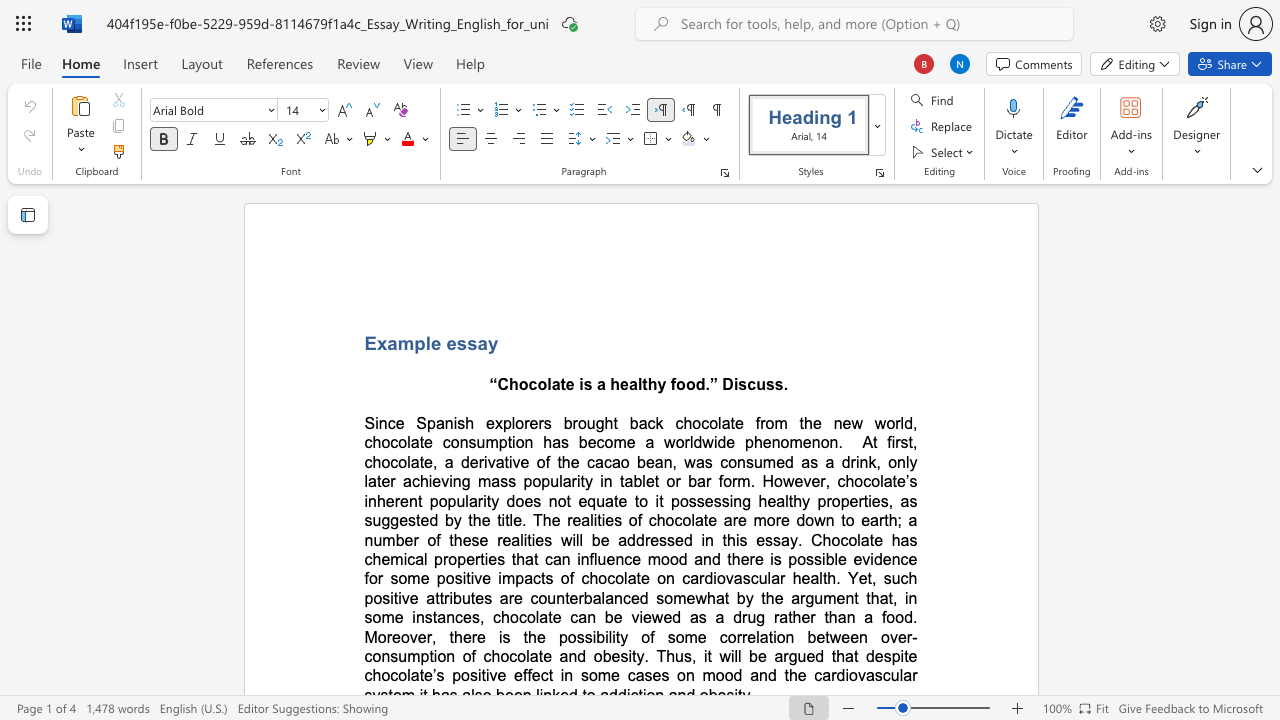 This screenshot has width=1280, height=720. I want to click on the 1th character "b" in the text, so click(567, 422).